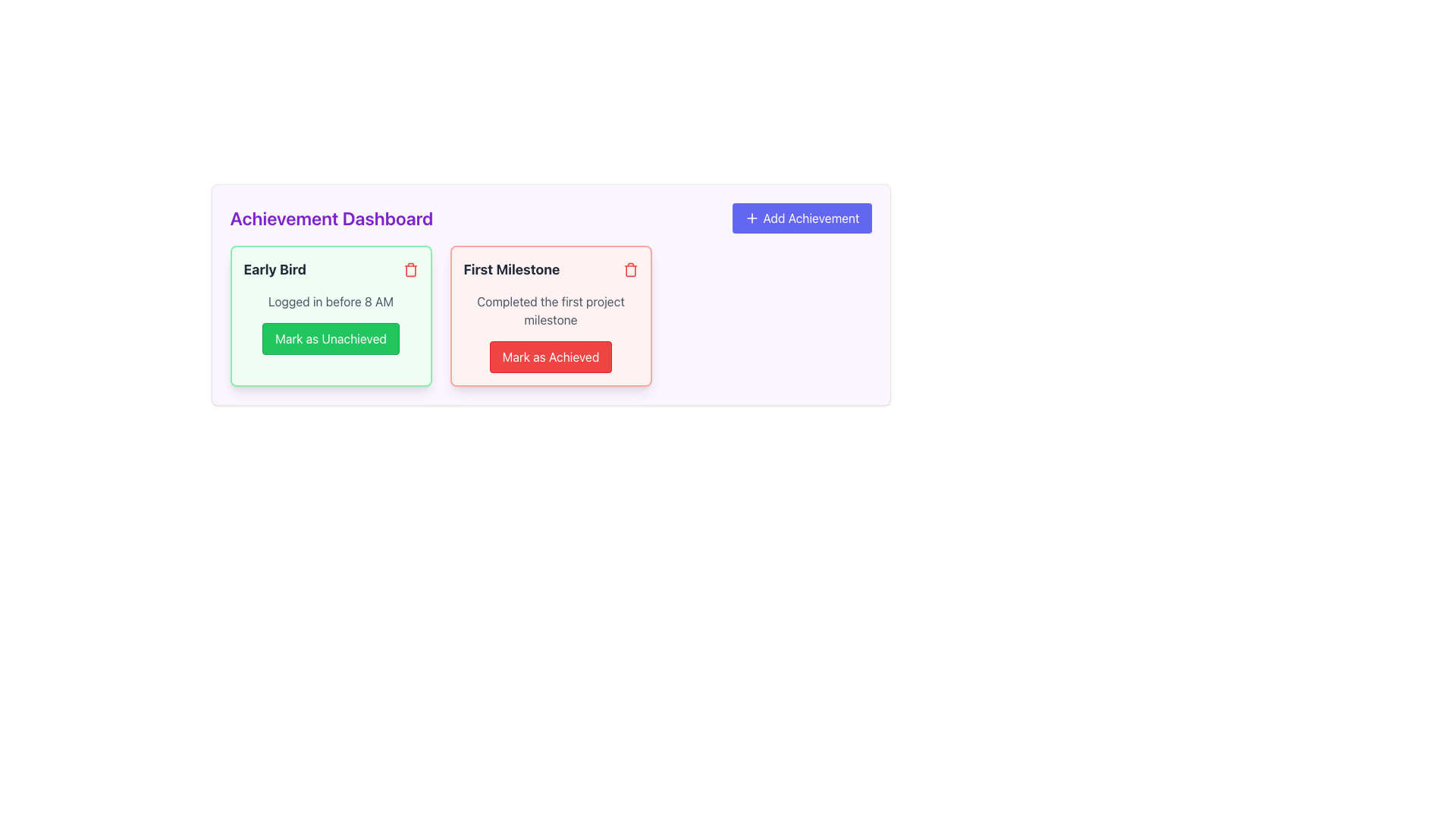 The width and height of the screenshot is (1456, 819). What do you see at coordinates (410, 268) in the screenshot?
I see `the delete button located in the top-right corner of the 'Early Bird' card` at bounding box center [410, 268].